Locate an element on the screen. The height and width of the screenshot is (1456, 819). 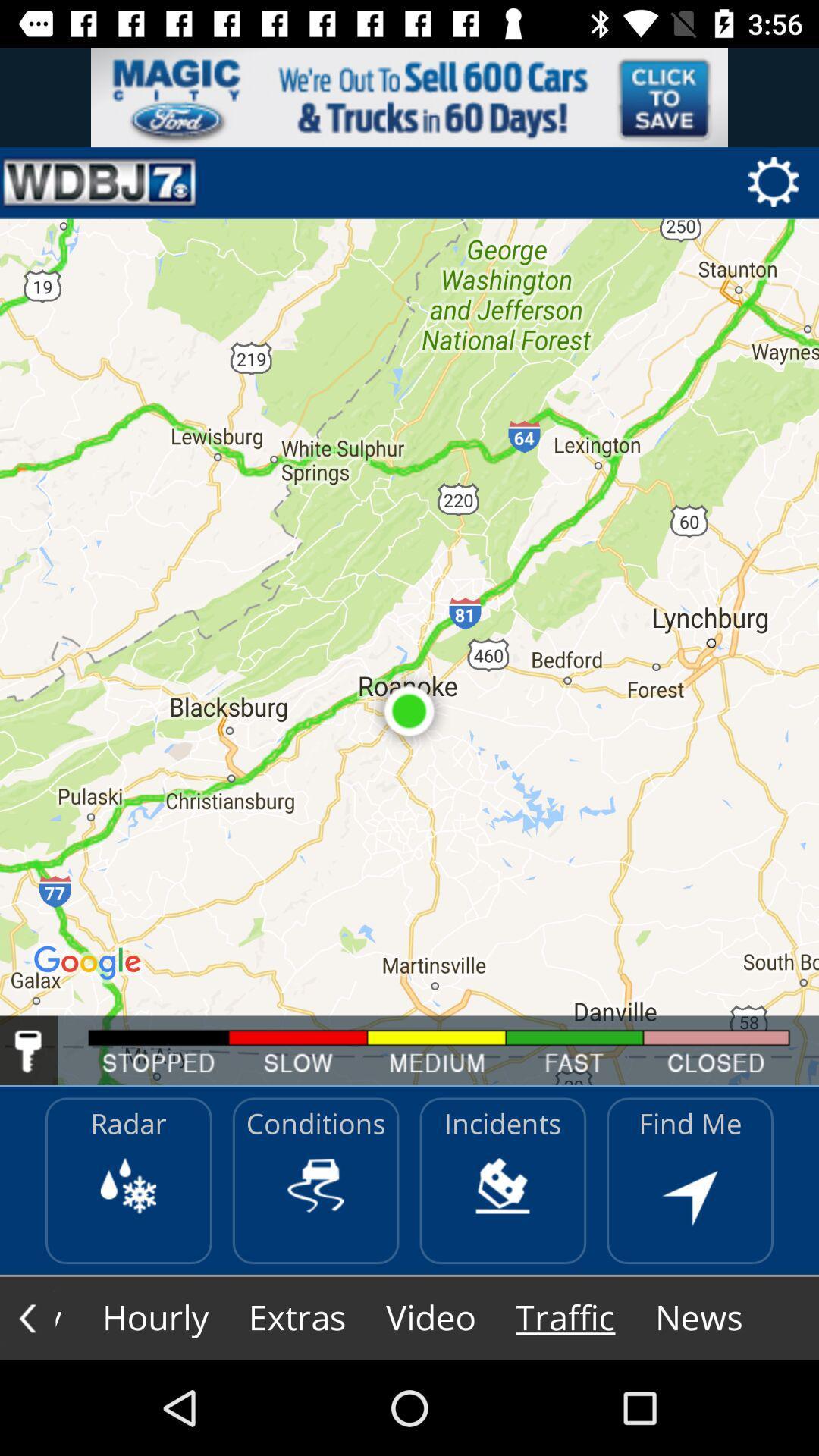
the arrow_backward icon is located at coordinates (27, 1317).